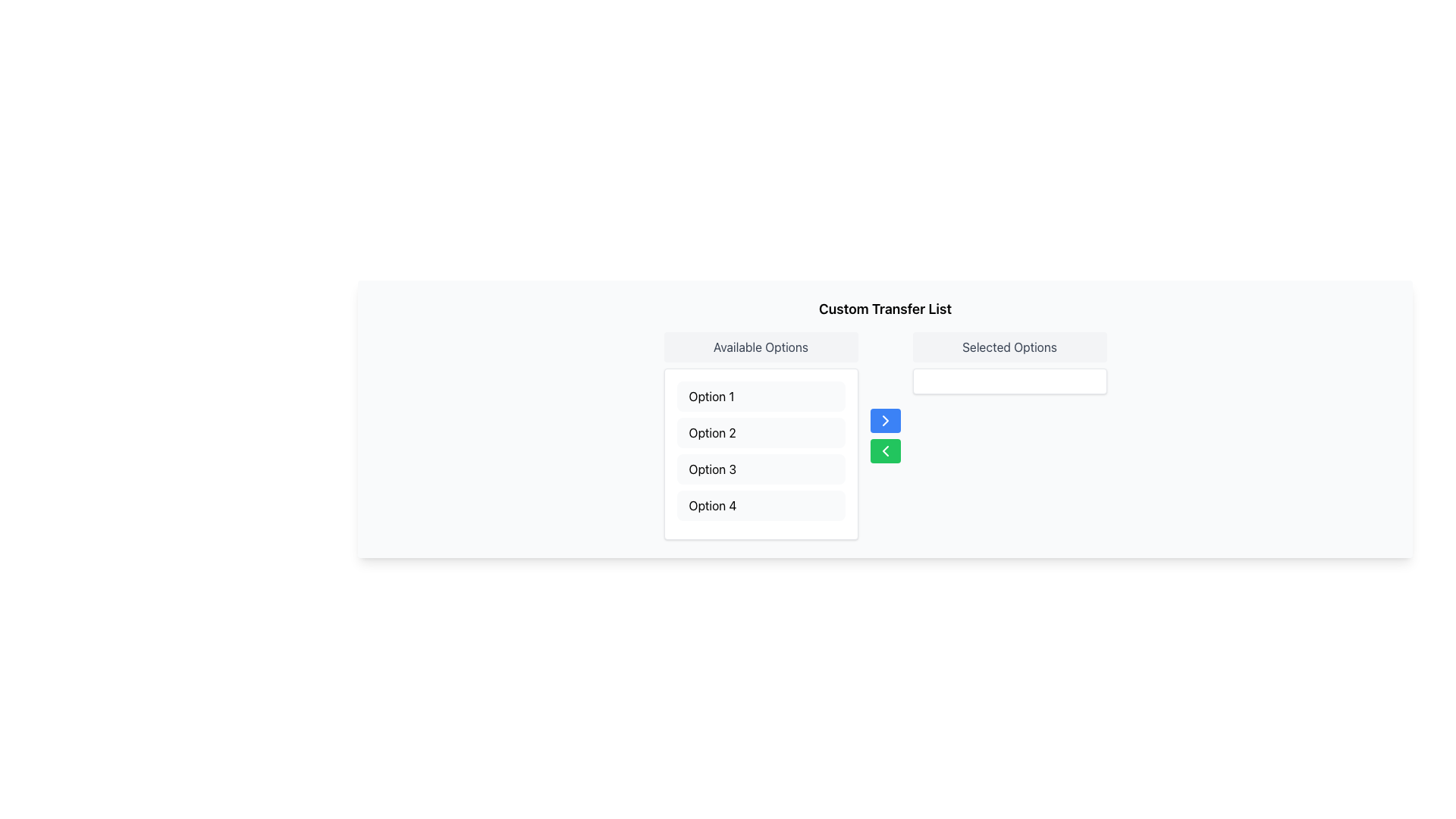 The width and height of the screenshot is (1456, 819). Describe the element at coordinates (761, 468) in the screenshot. I see `the list item labeled 'Option 3' with a light gray background` at that location.